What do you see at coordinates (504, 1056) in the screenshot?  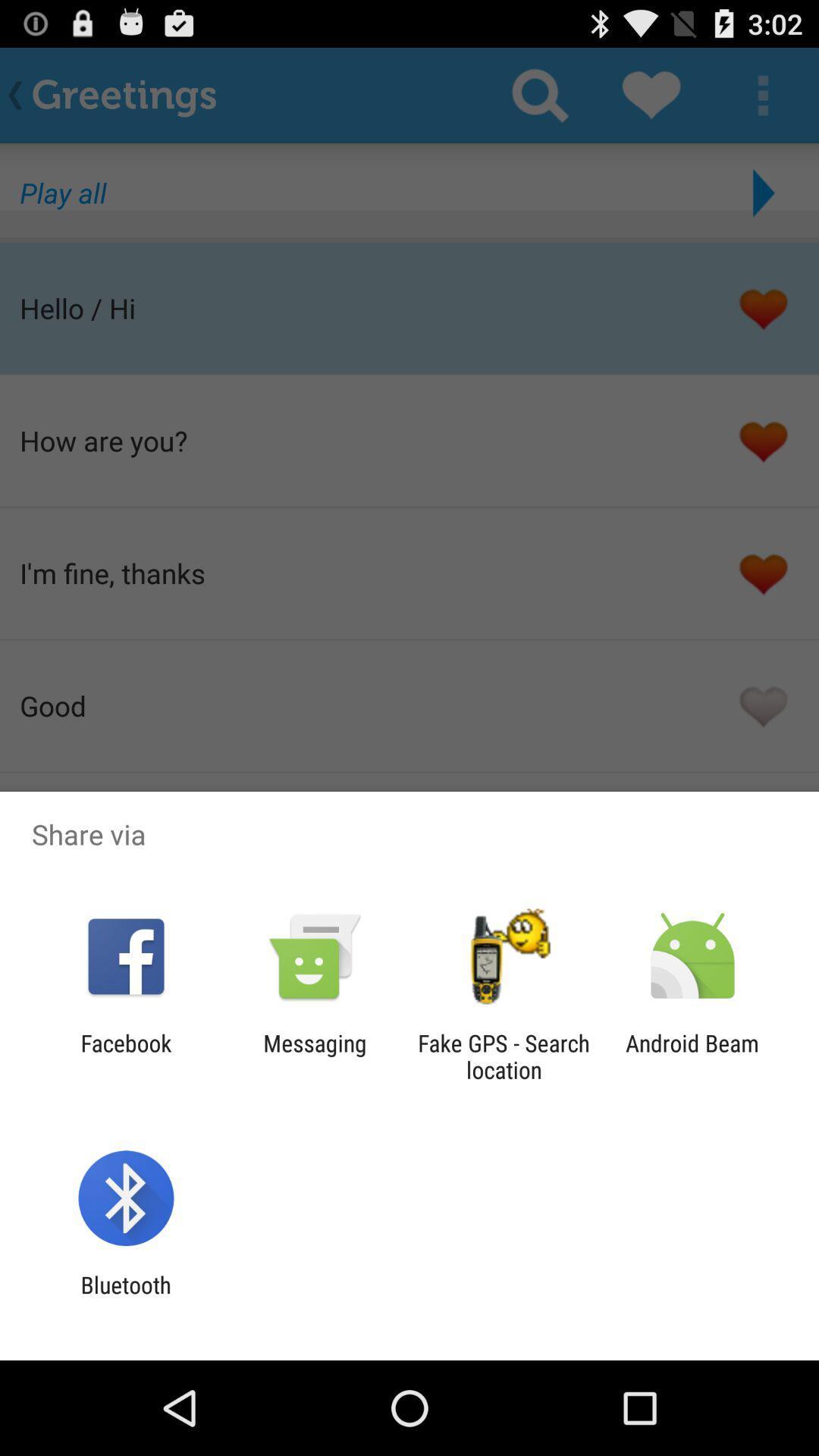 I see `the icon to the left of the android beam icon` at bounding box center [504, 1056].